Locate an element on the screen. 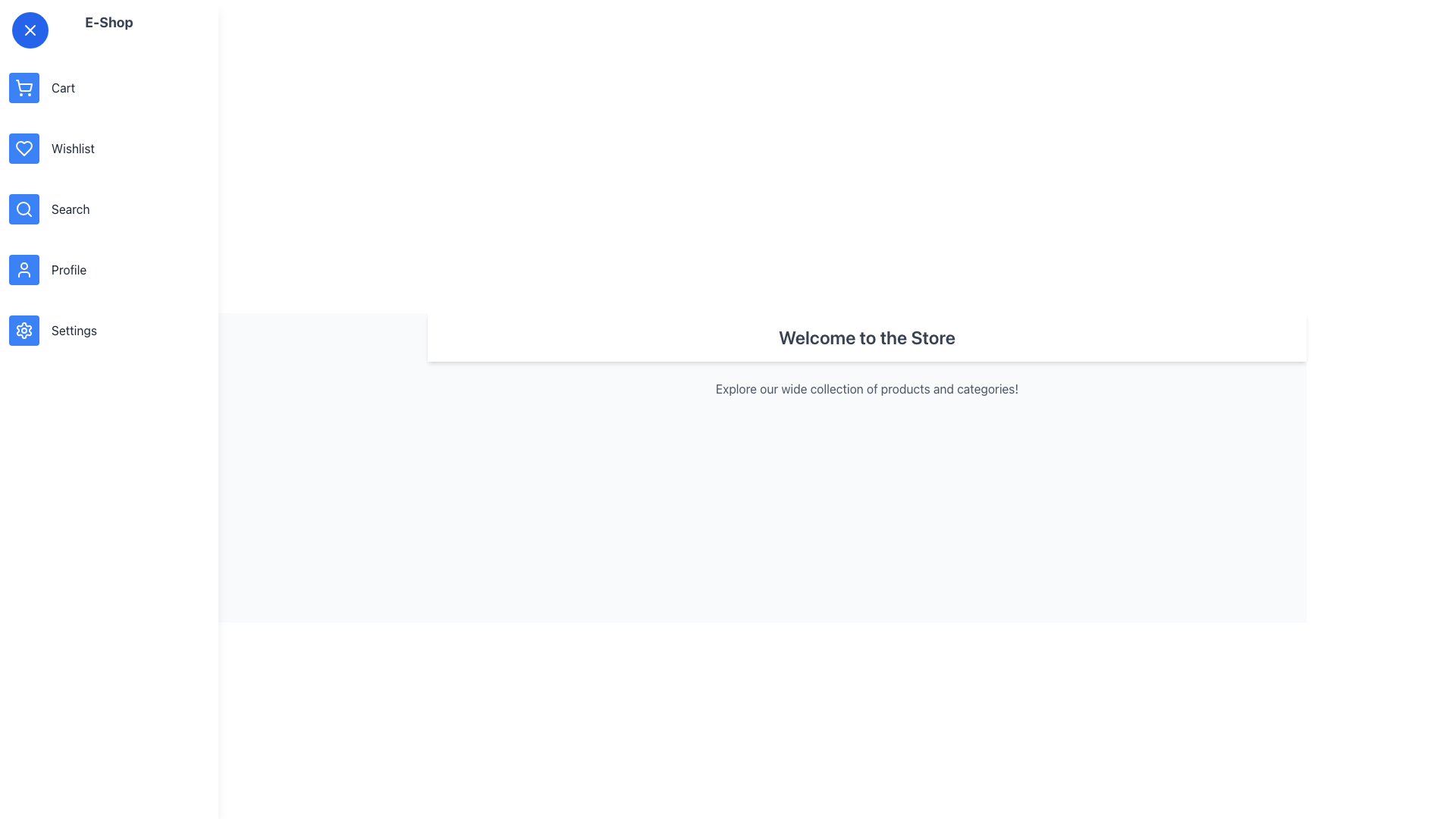  the heading text element 'Welcome to the Store' which is bold, semibold, and gray, located in the top section of the main content area is located at coordinates (867, 336).